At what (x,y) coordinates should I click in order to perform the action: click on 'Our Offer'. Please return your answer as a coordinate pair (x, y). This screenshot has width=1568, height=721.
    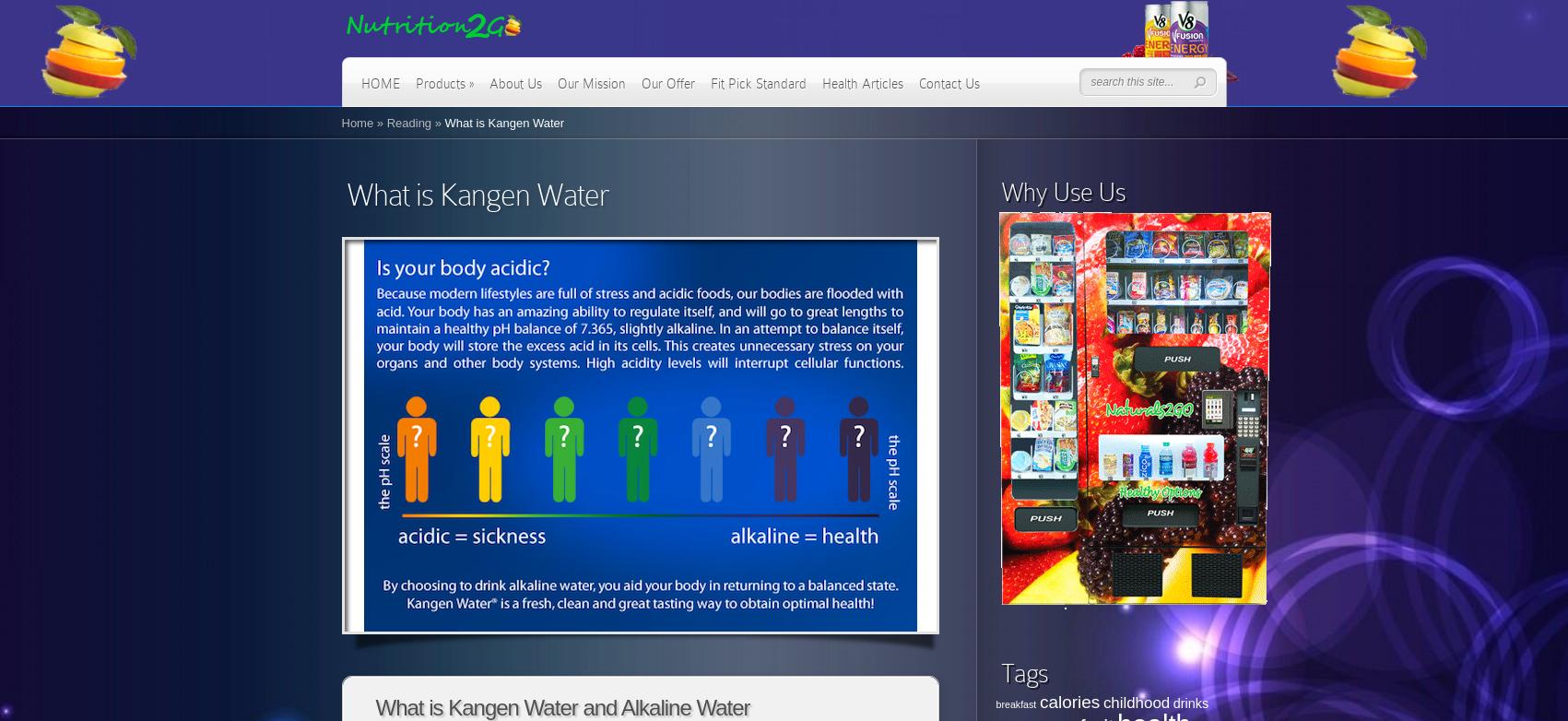
    Looking at the image, I should click on (640, 84).